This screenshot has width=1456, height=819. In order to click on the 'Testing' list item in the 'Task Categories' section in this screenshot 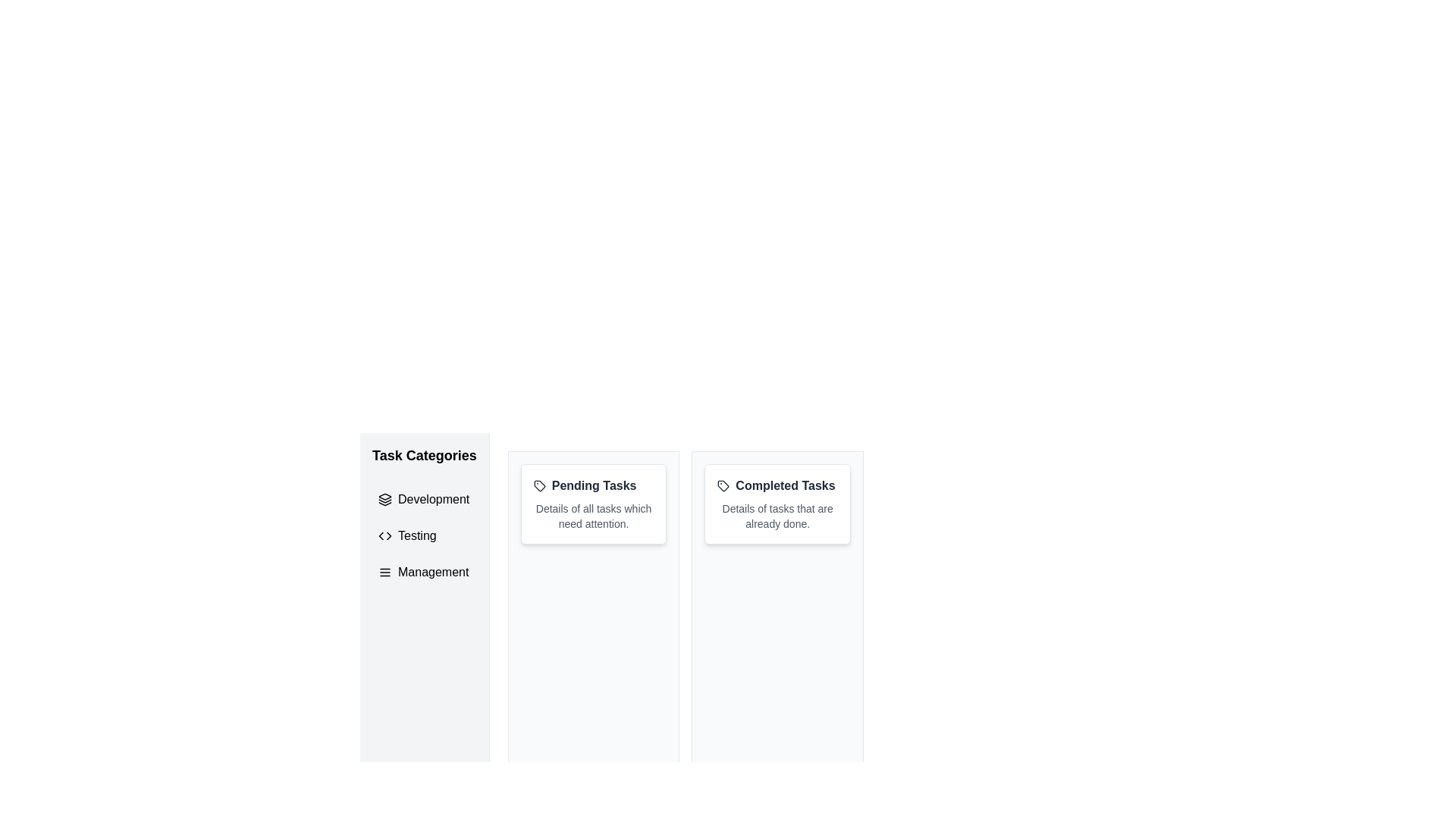, I will do `click(424, 535)`.